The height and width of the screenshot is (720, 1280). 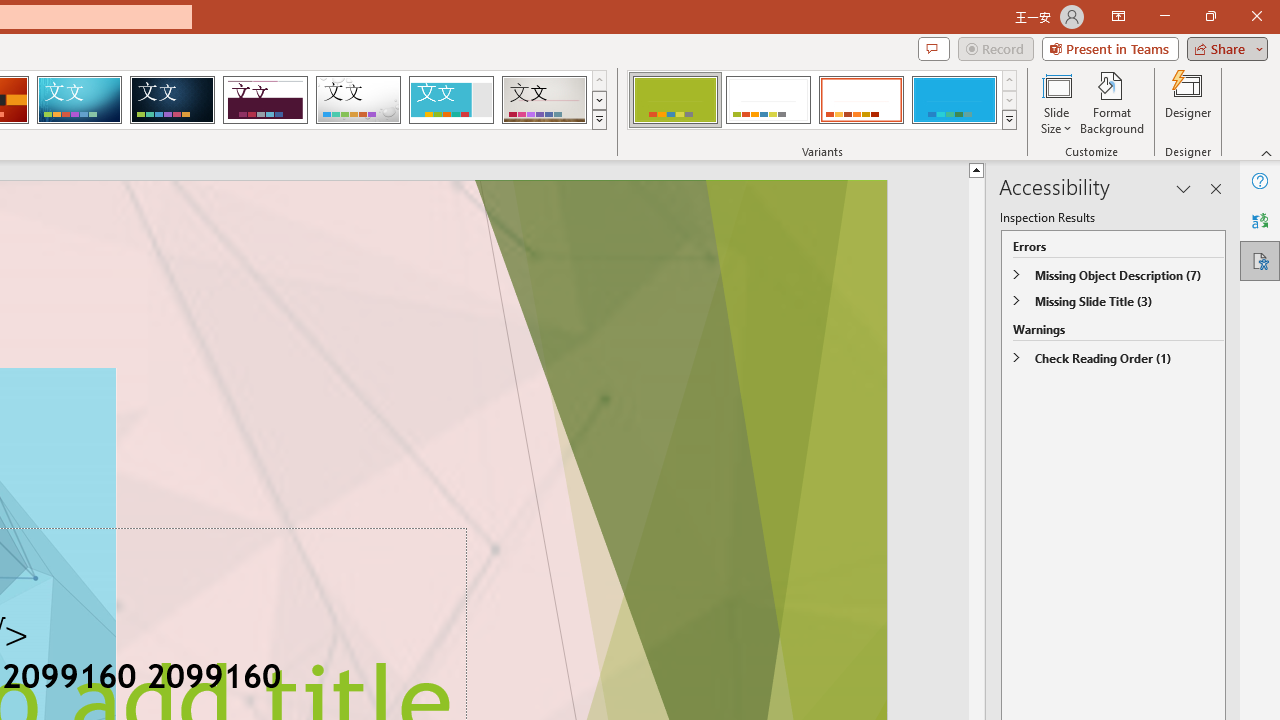 I want to click on 'Themes', so click(x=598, y=120).